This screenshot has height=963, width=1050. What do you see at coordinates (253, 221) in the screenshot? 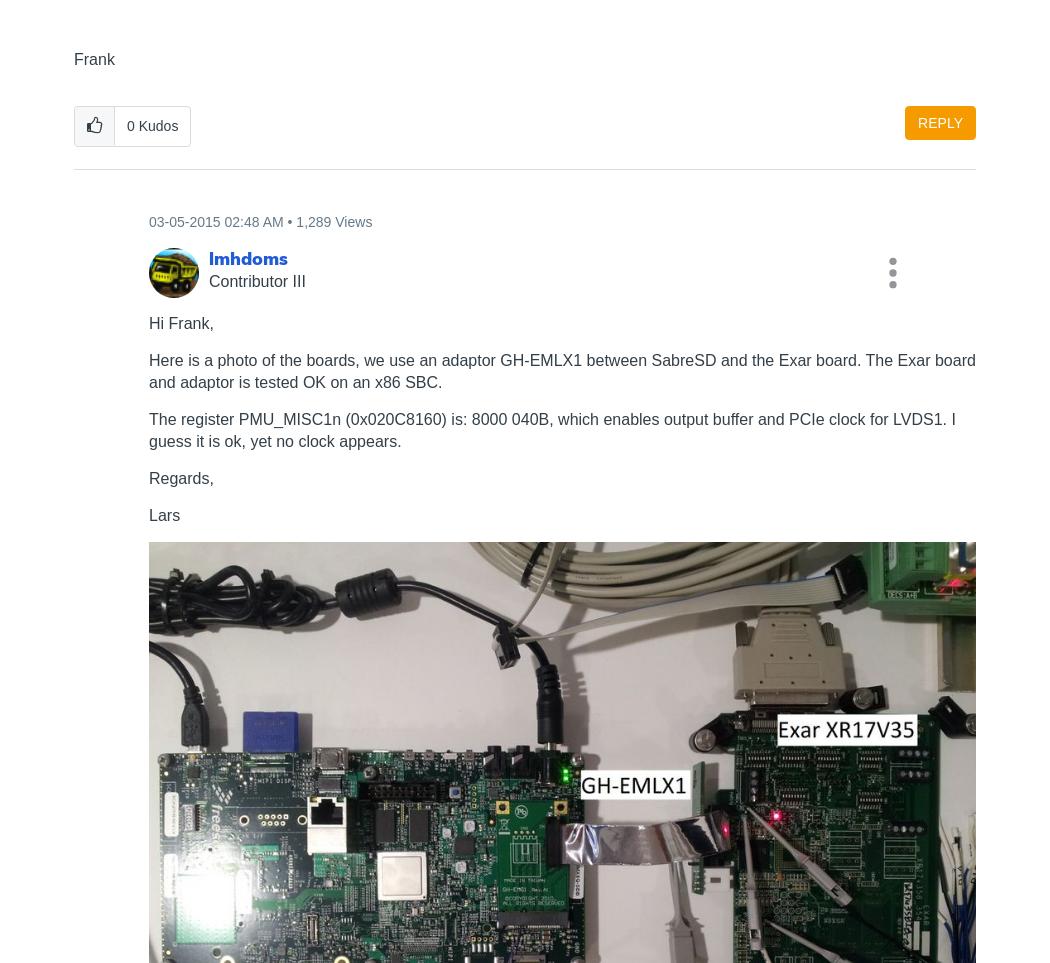
I see `'02:48 AM'` at bounding box center [253, 221].